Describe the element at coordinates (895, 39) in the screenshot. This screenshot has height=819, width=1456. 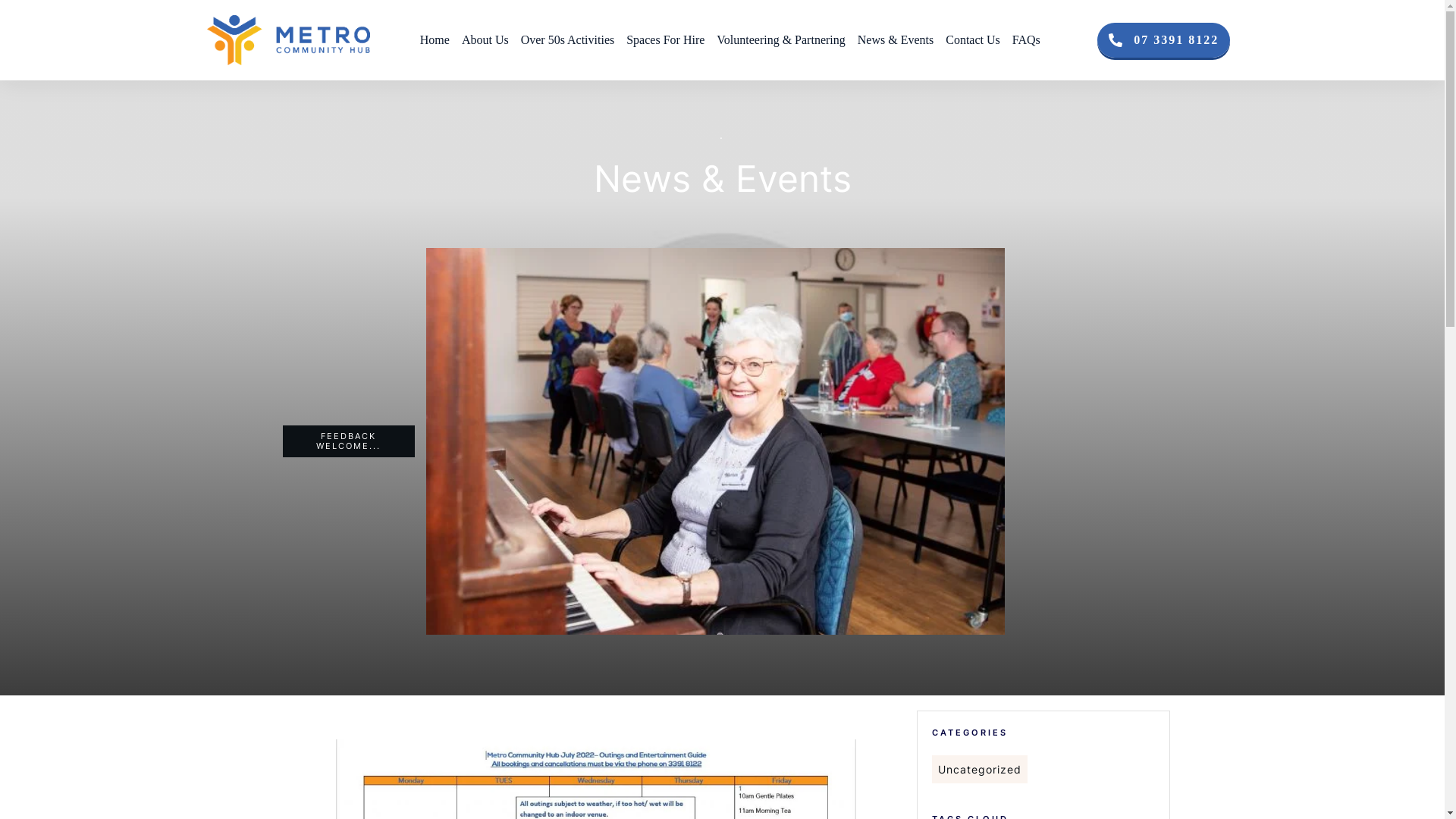
I see `'News & Events'` at that location.